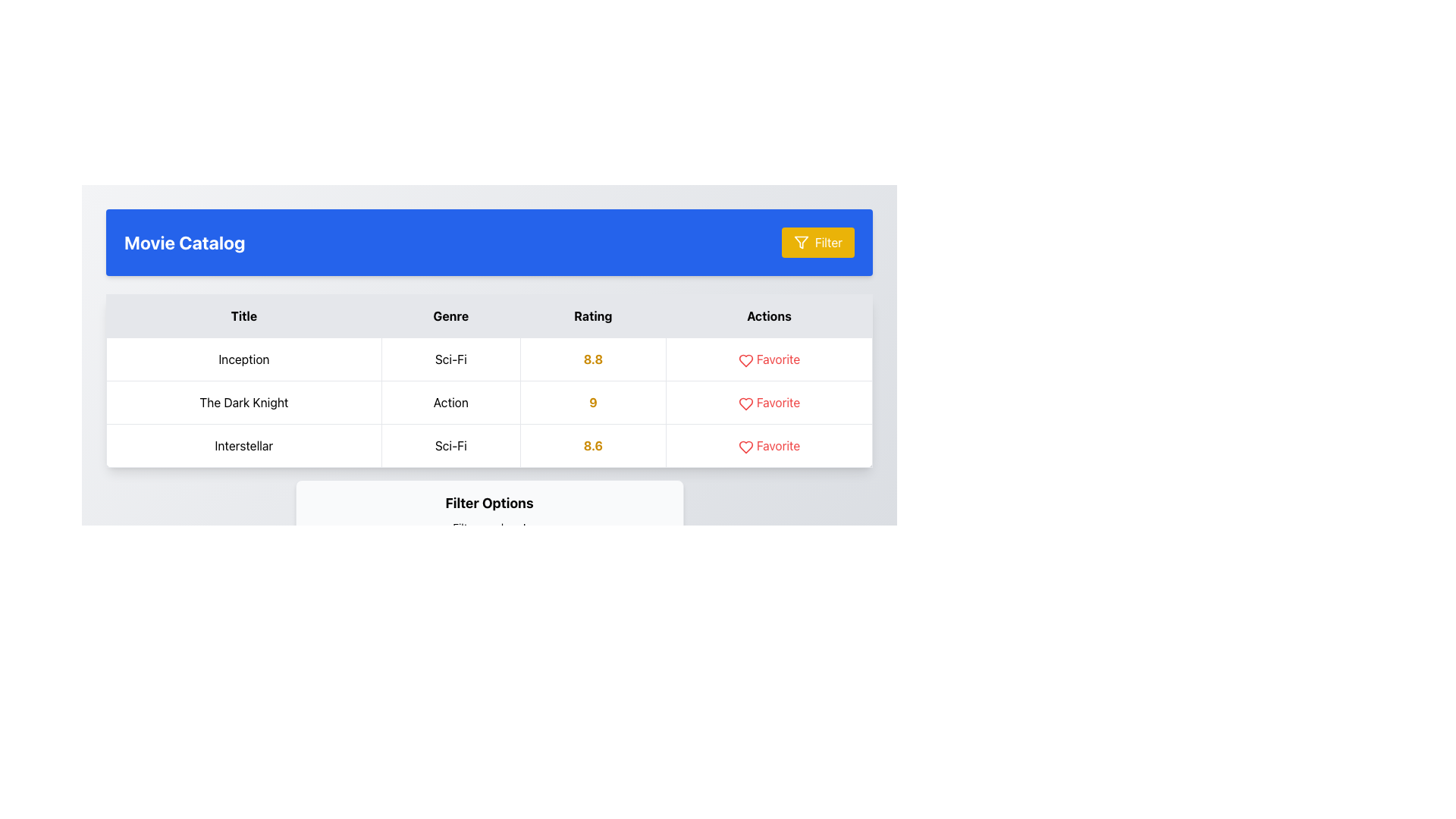 This screenshot has width=1456, height=819. What do you see at coordinates (769, 402) in the screenshot?
I see `the 'Favorite' action indicator for the movie 'The Dark Knight' to mark it as favorite` at bounding box center [769, 402].